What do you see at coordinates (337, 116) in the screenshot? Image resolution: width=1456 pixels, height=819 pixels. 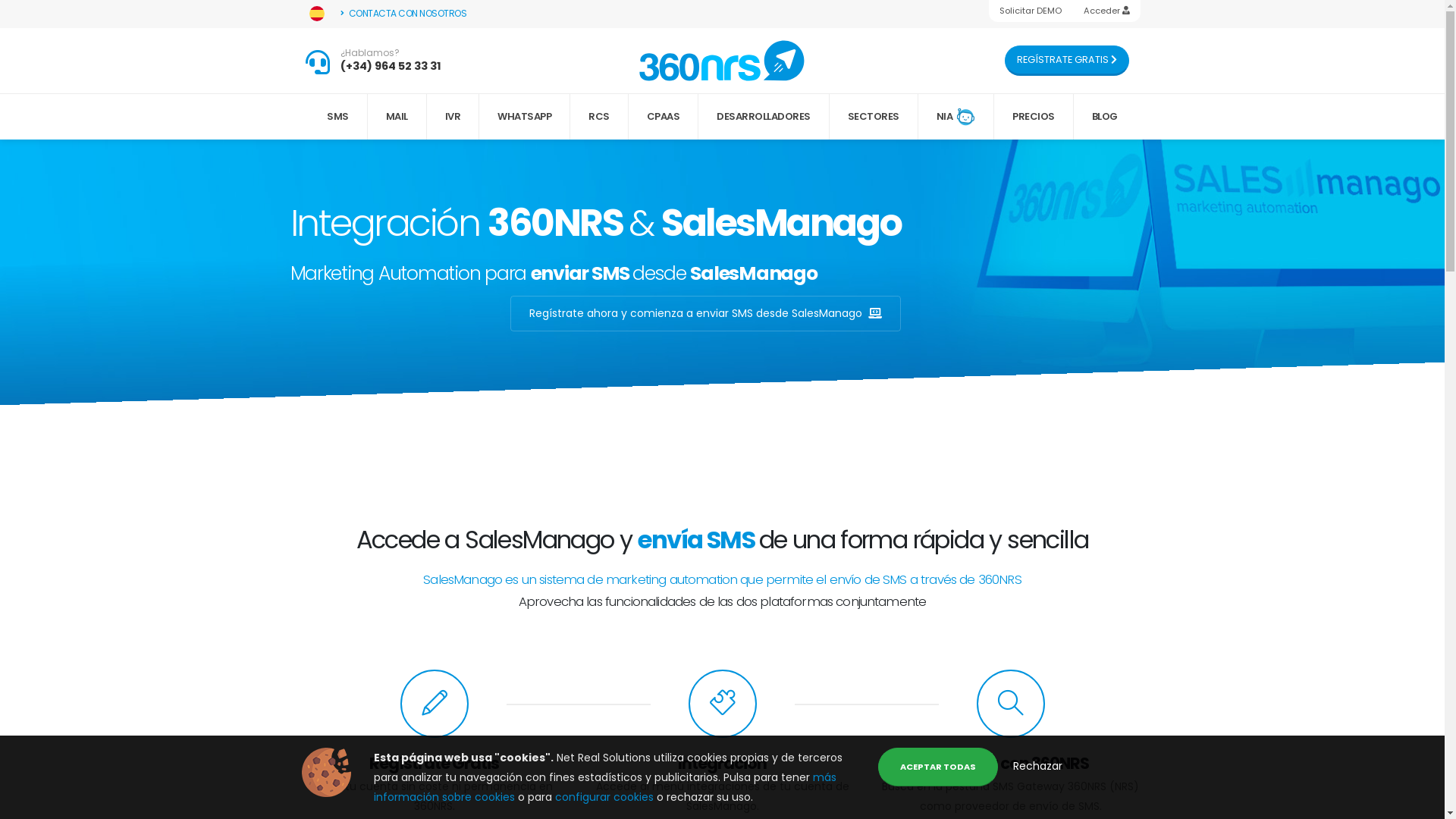 I see `'SMS'` at bounding box center [337, 116].